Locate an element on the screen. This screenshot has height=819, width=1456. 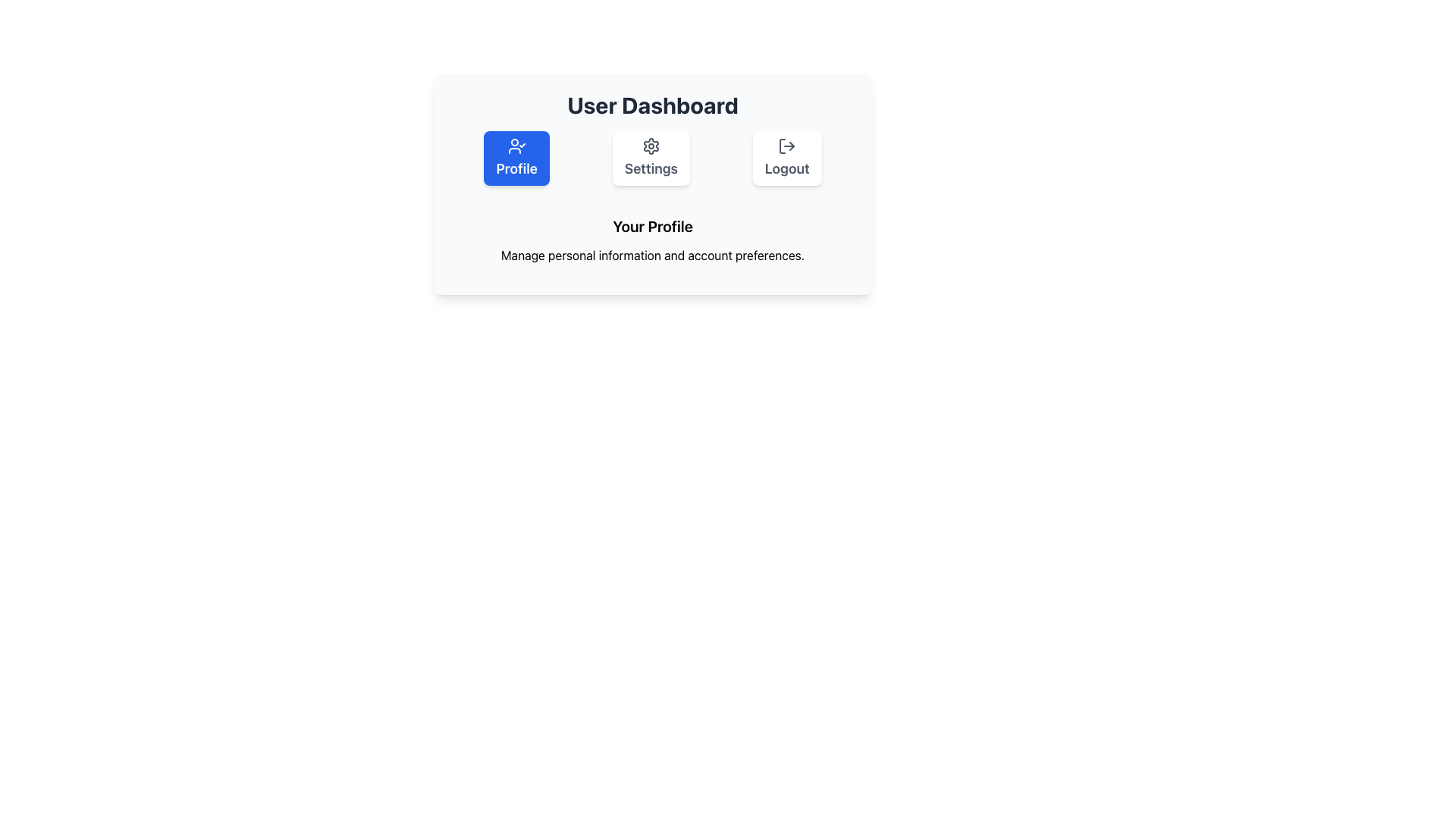
the 'Settings' text label located below the gear icon in the button group at the center of the dashboard interface is located at coordinates (651, 169).